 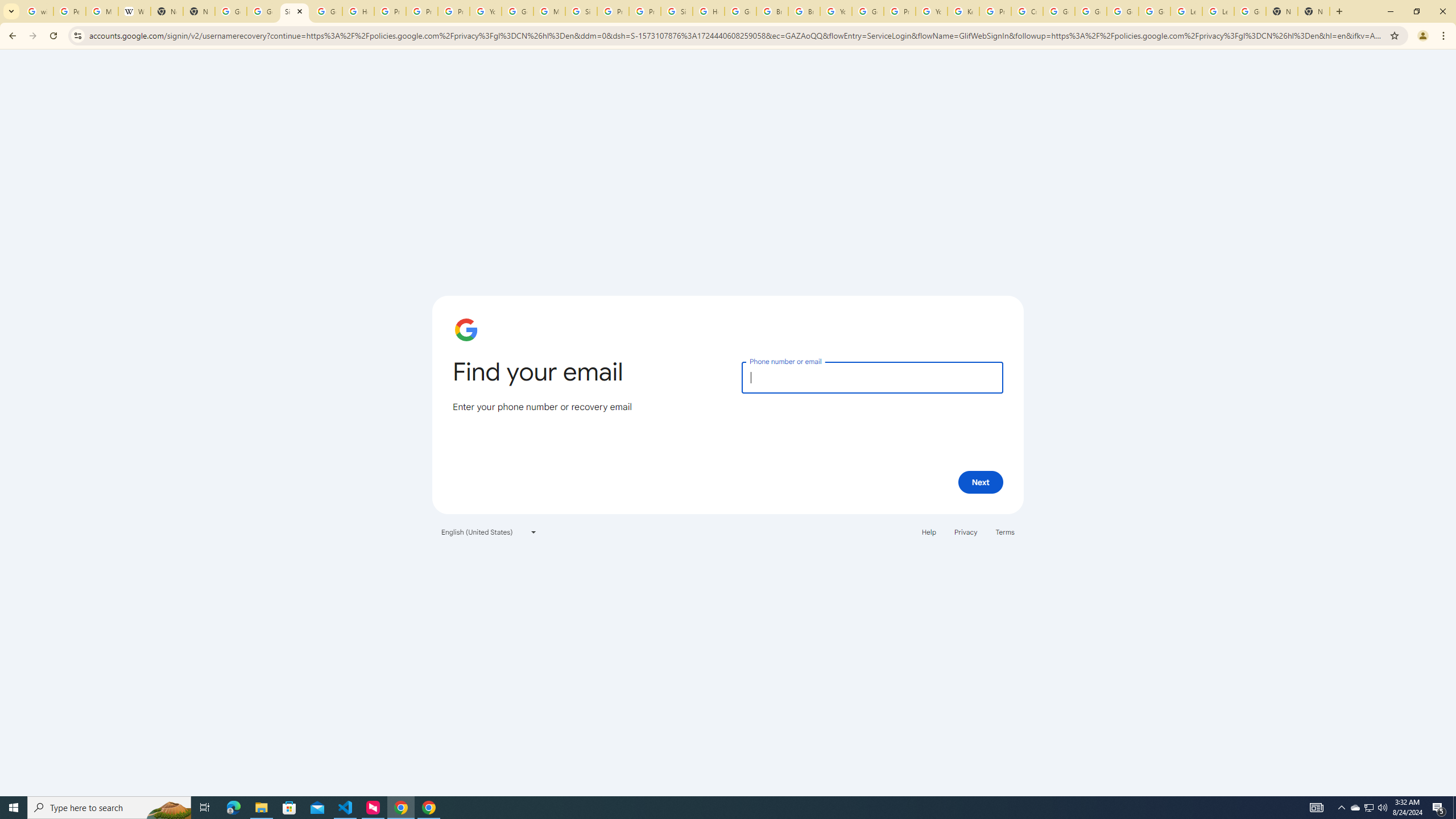 I want to click on 'Help', so click(x=928, y=531).